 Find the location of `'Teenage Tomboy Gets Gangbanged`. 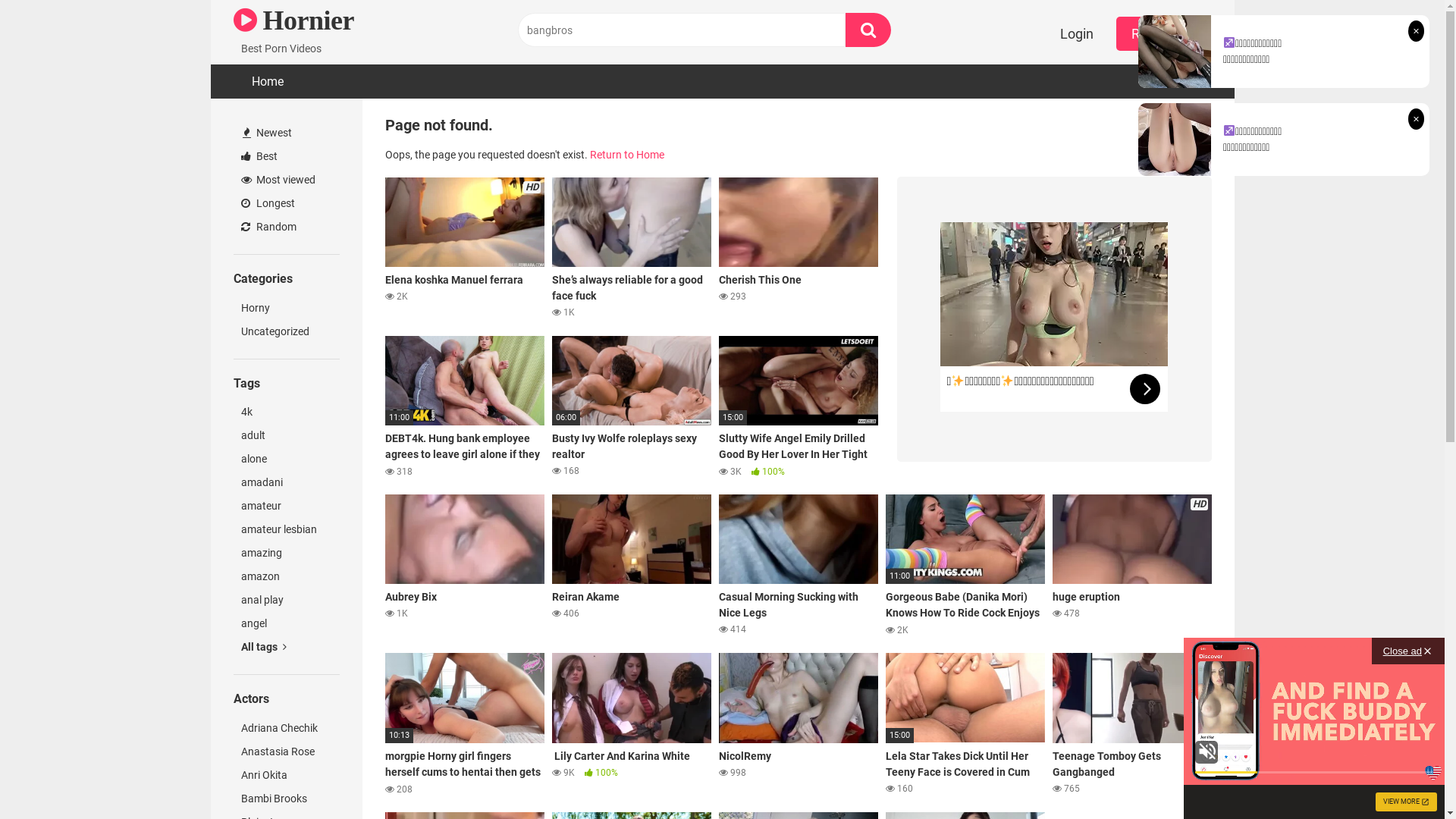

'Teenage Tomboy Gets Gangbanged is located at coordinates (1051, 723).